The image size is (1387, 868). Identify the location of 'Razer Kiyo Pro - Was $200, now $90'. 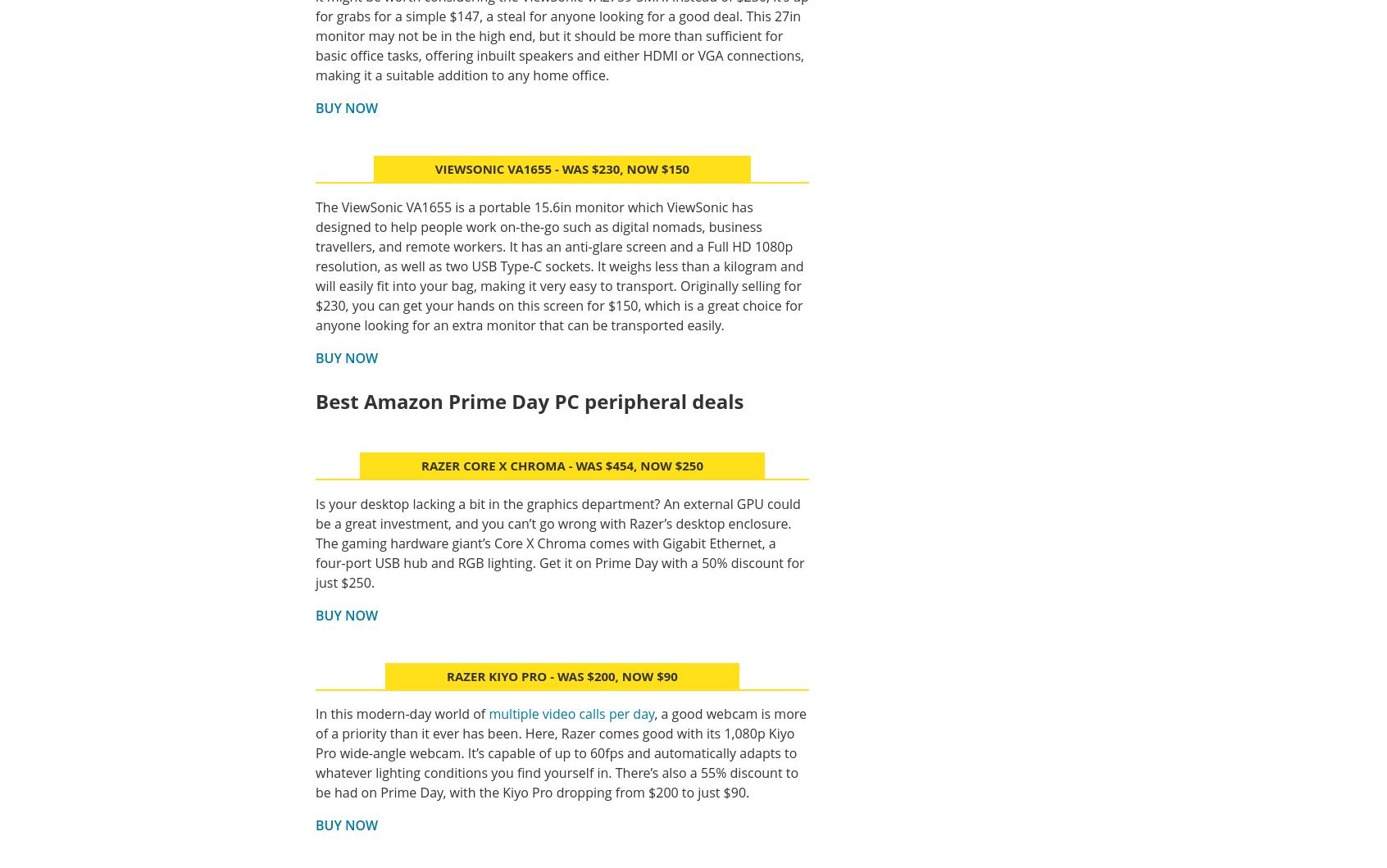
(562, 675).